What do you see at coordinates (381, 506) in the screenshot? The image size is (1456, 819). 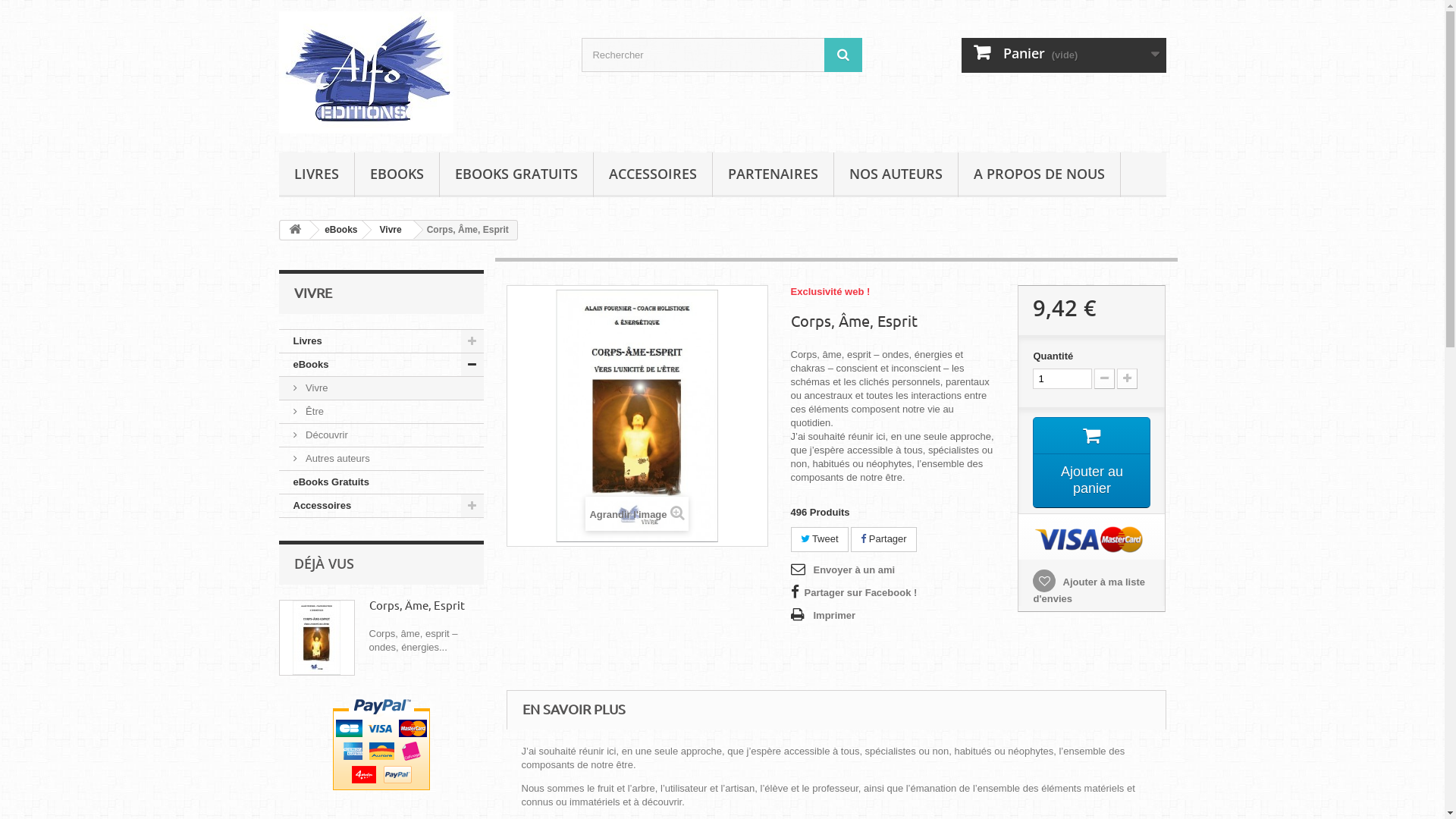 I see `'Accessoires'` at bounding box center [381, 506].